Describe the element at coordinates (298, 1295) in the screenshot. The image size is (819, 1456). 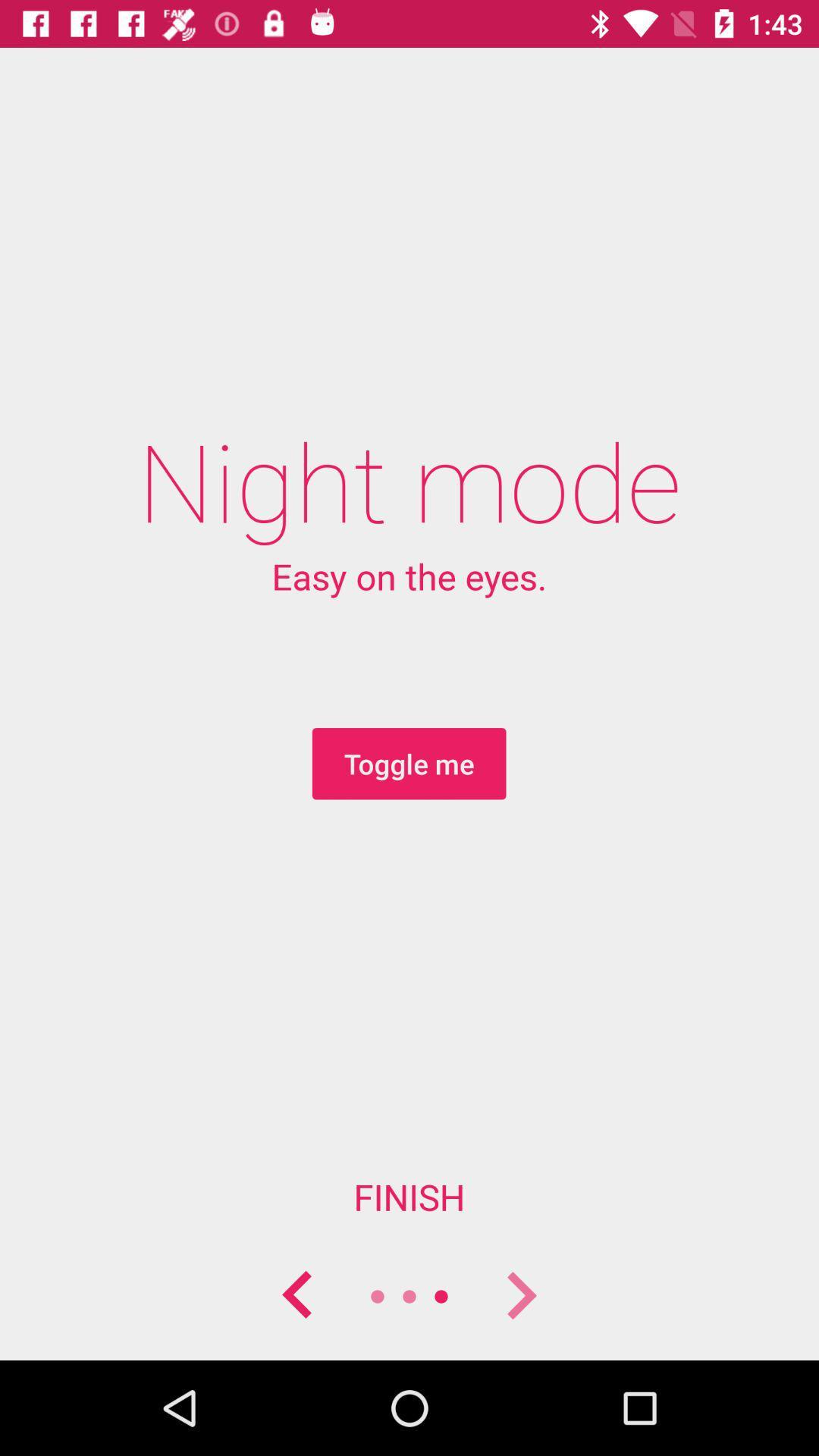
I see `previous` at that location.